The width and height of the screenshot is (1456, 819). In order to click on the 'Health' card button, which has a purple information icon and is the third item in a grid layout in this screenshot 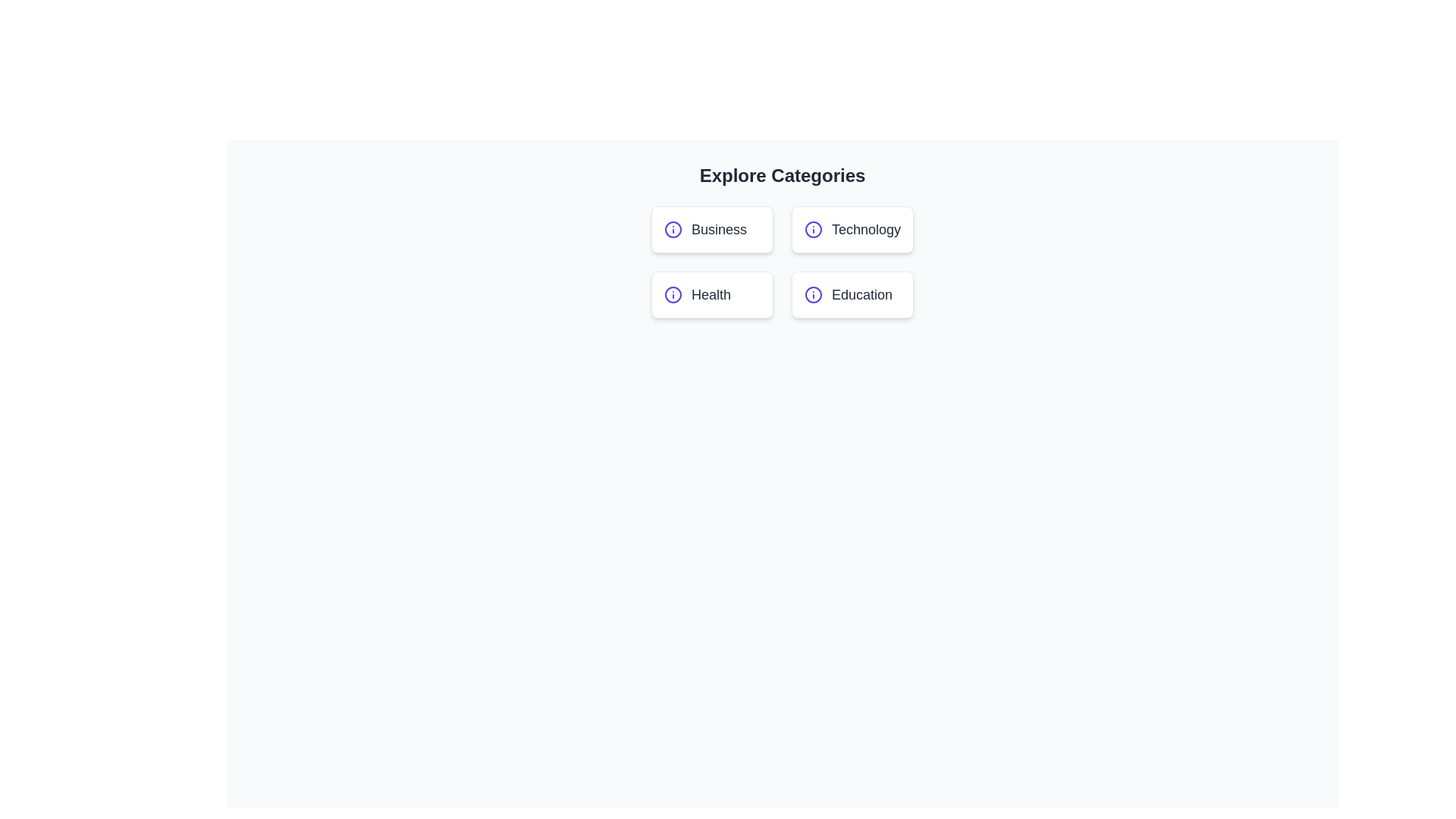, I will do `click(711, 295)`.